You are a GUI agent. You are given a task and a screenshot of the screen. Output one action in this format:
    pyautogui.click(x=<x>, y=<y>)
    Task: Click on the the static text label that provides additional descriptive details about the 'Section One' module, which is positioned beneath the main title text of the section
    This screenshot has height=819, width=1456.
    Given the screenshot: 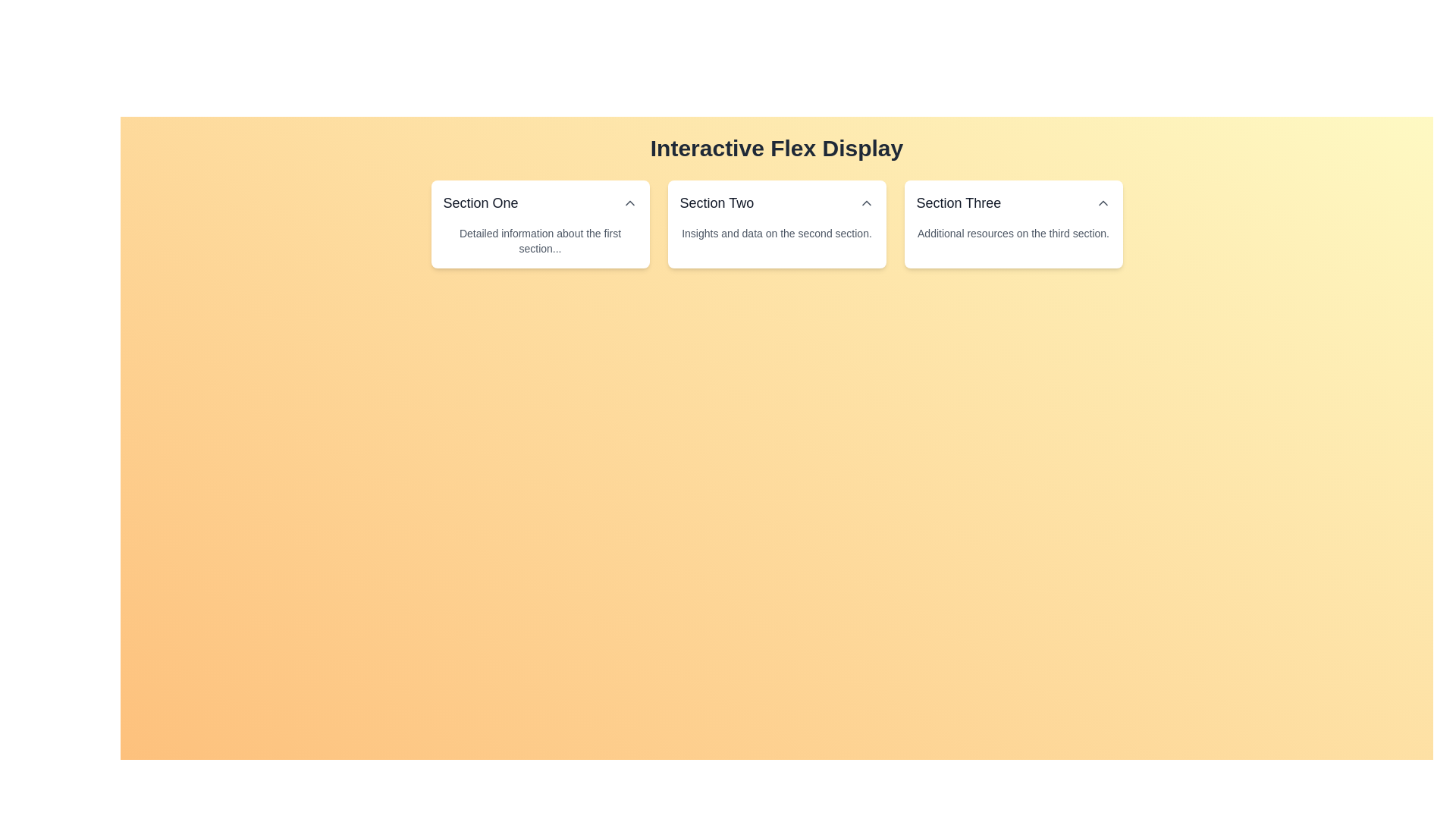 What is the action you would take?
    pyautogui.click(x=540, y=240)
    